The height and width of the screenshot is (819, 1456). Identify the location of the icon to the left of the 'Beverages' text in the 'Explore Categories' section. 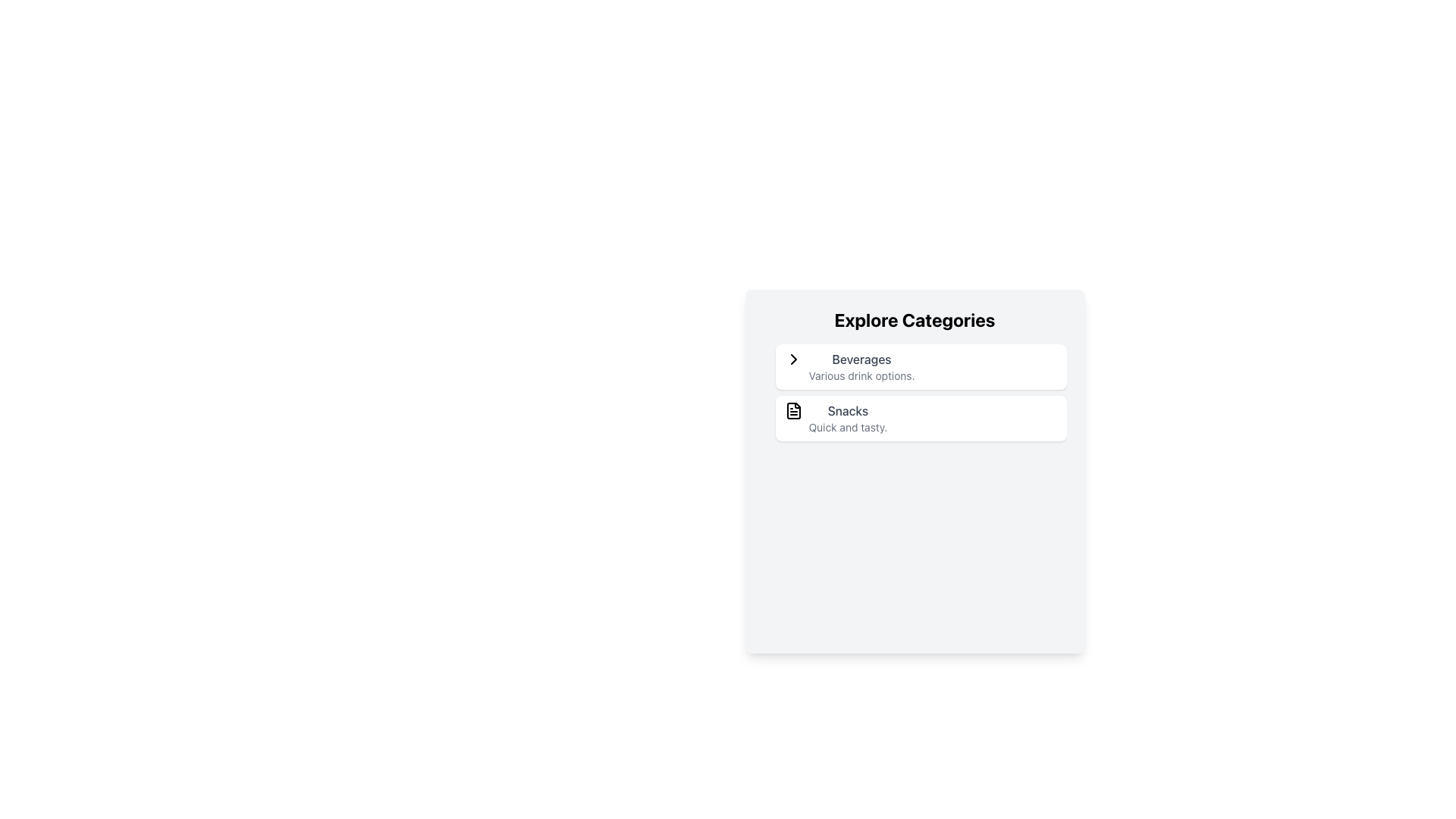
(792, 359).